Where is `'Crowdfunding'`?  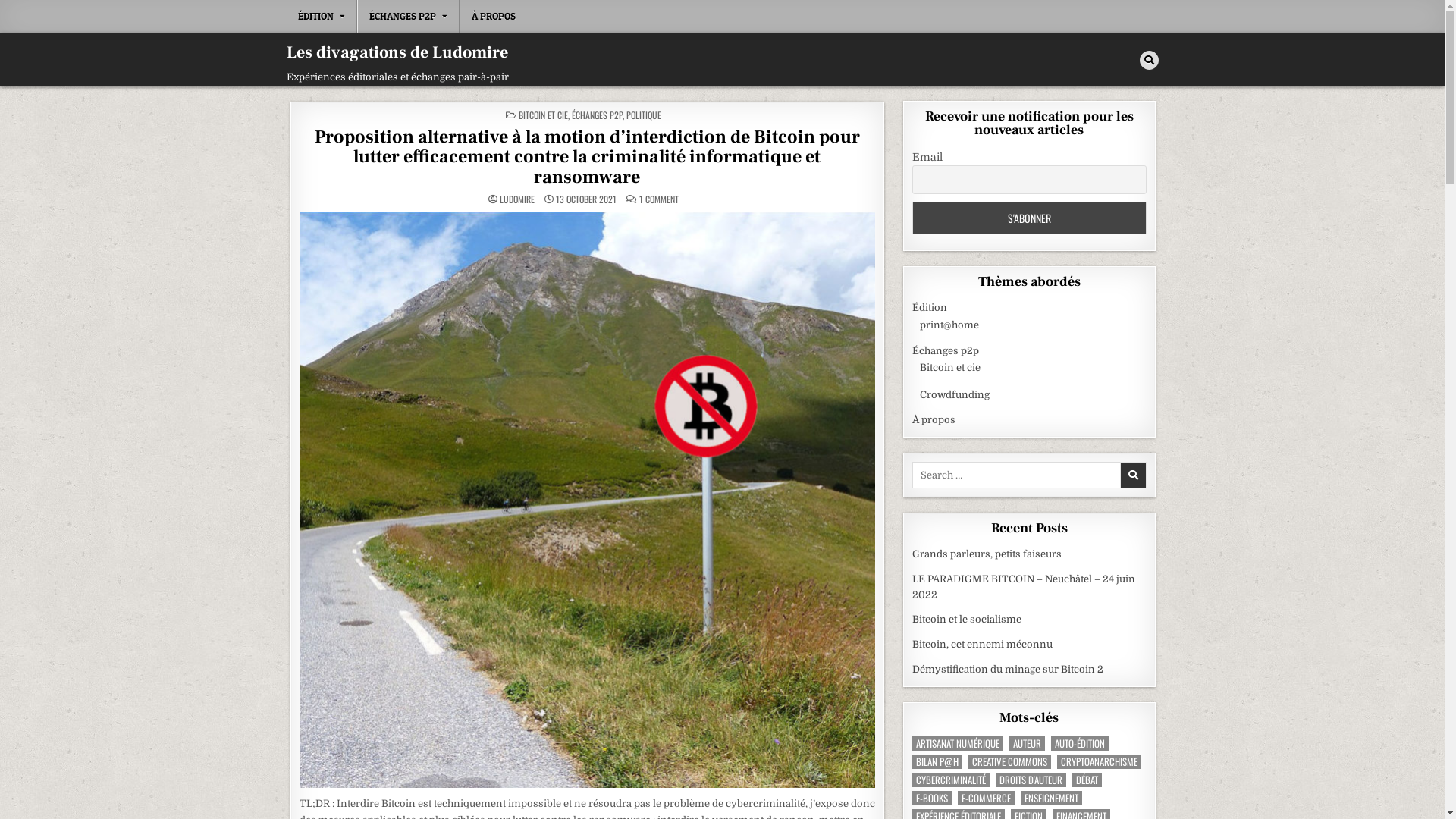
'Crowdfunding' is located at coordinates (953, 394).